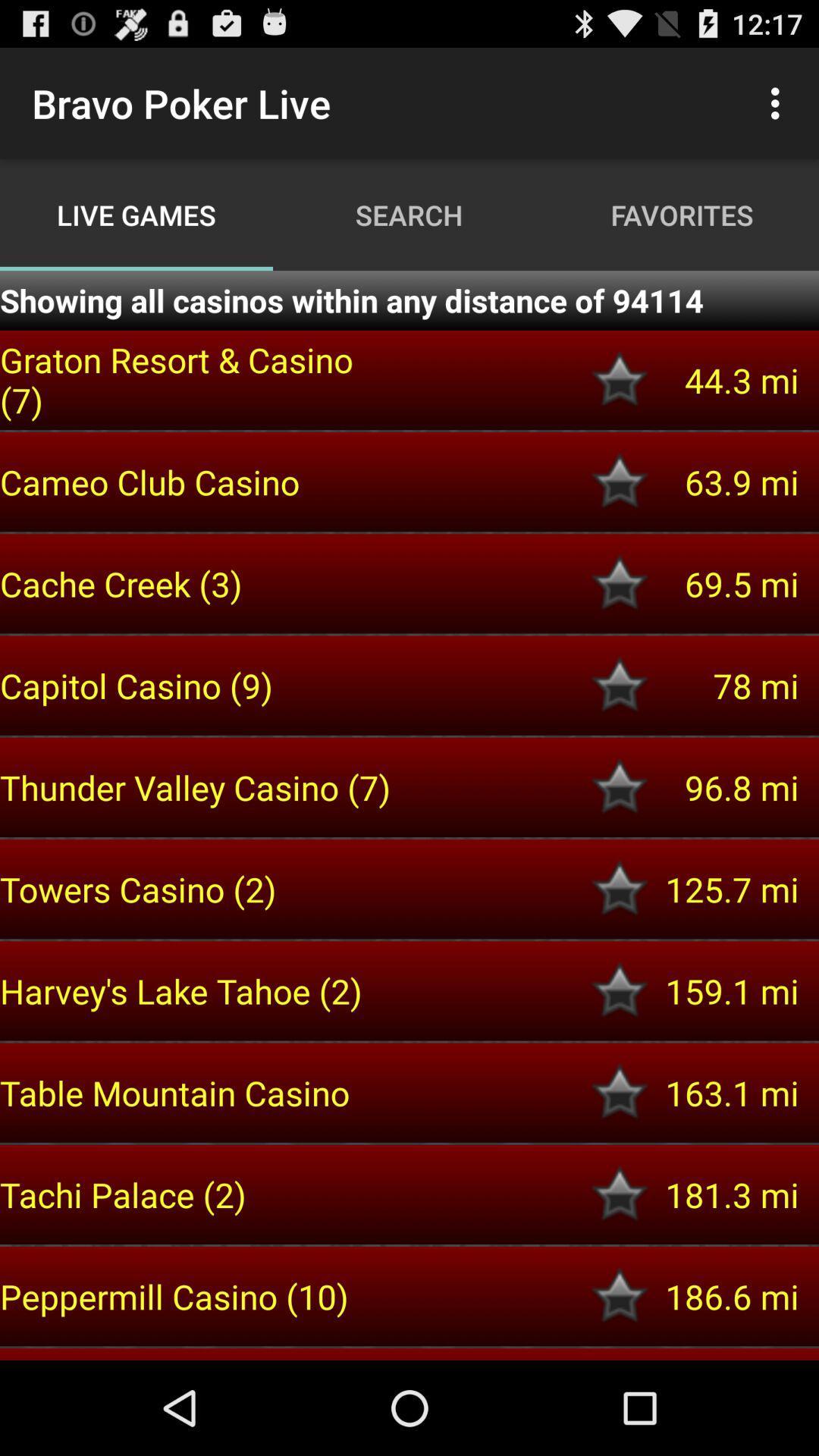  Describe the element at coordinates (620, 889) in the screenshot. I see `this casino` at that location.